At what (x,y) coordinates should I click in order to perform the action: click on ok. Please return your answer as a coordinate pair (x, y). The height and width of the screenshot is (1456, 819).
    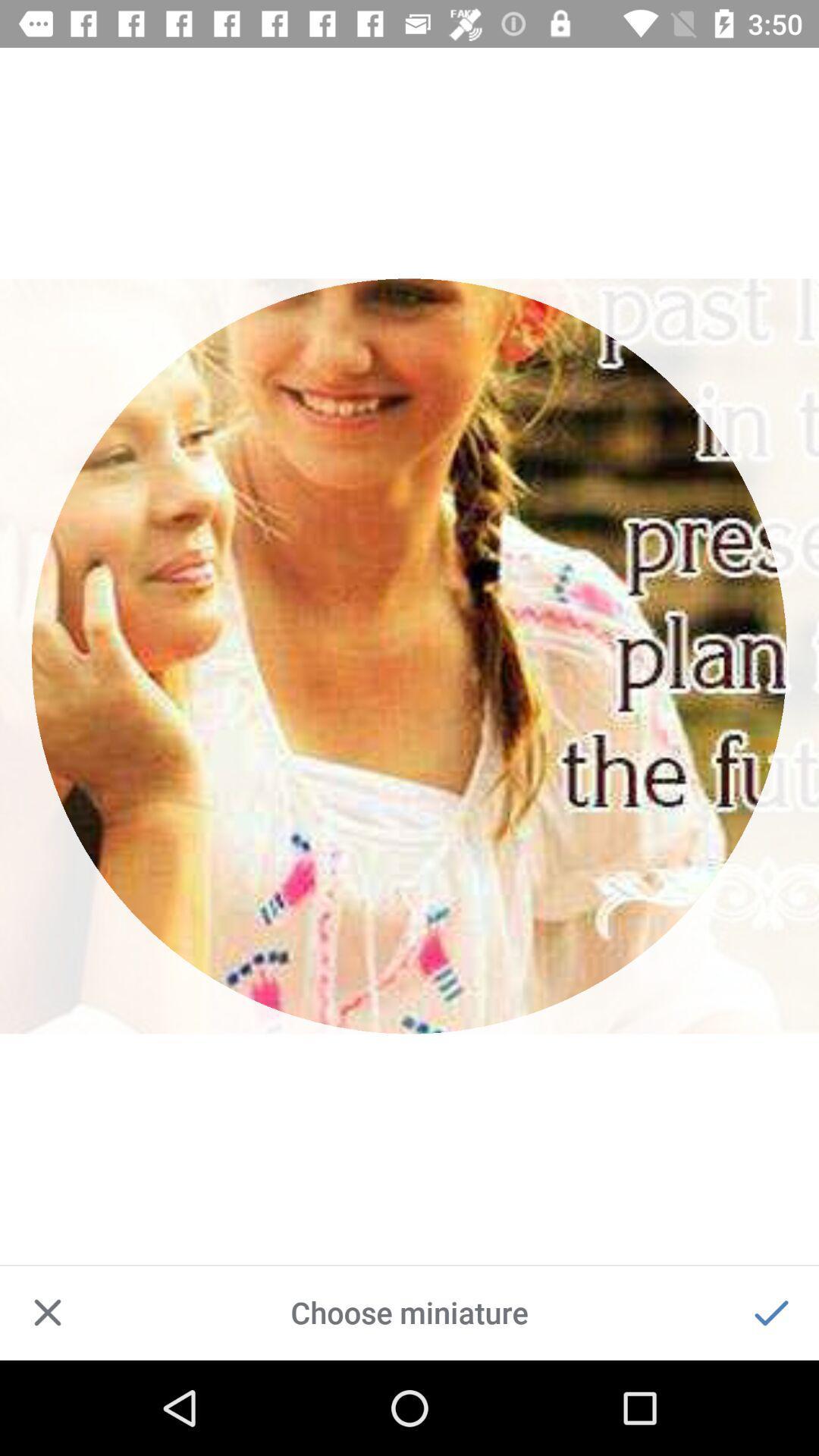
    Looking at the image, I should click on (771, 1312).